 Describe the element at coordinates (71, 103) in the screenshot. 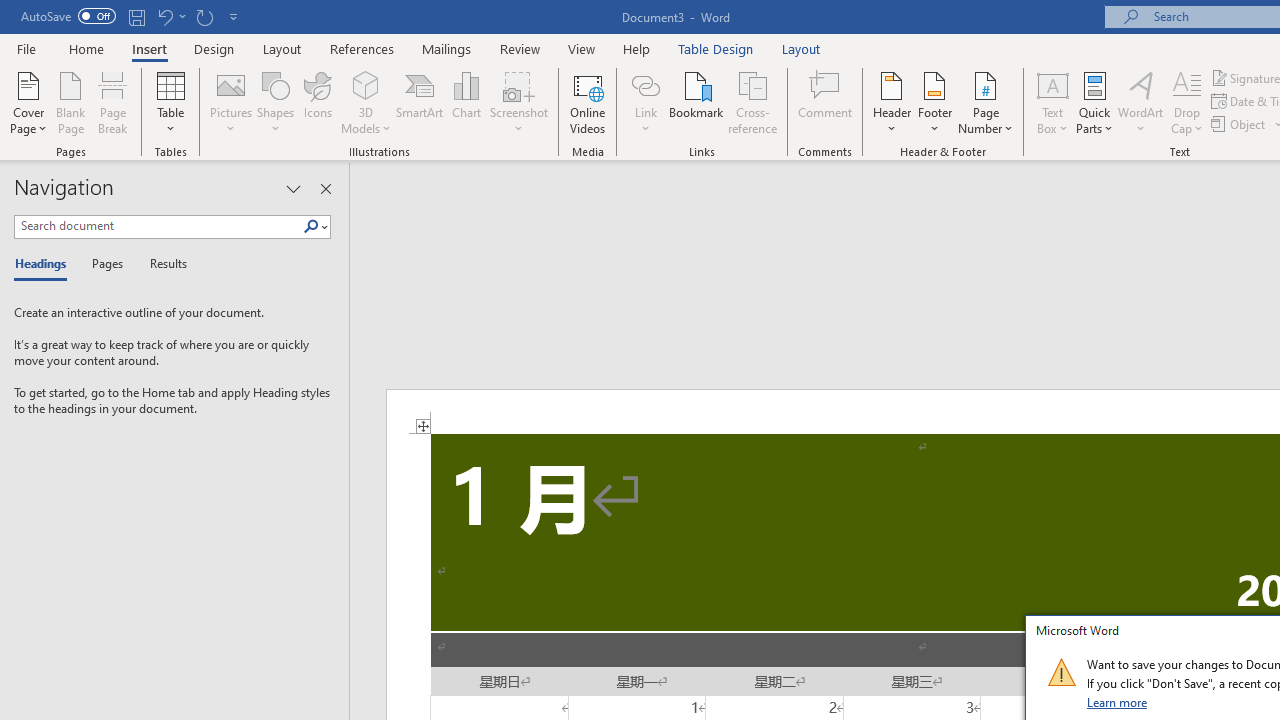

I see `'Blank Page'` at that location.